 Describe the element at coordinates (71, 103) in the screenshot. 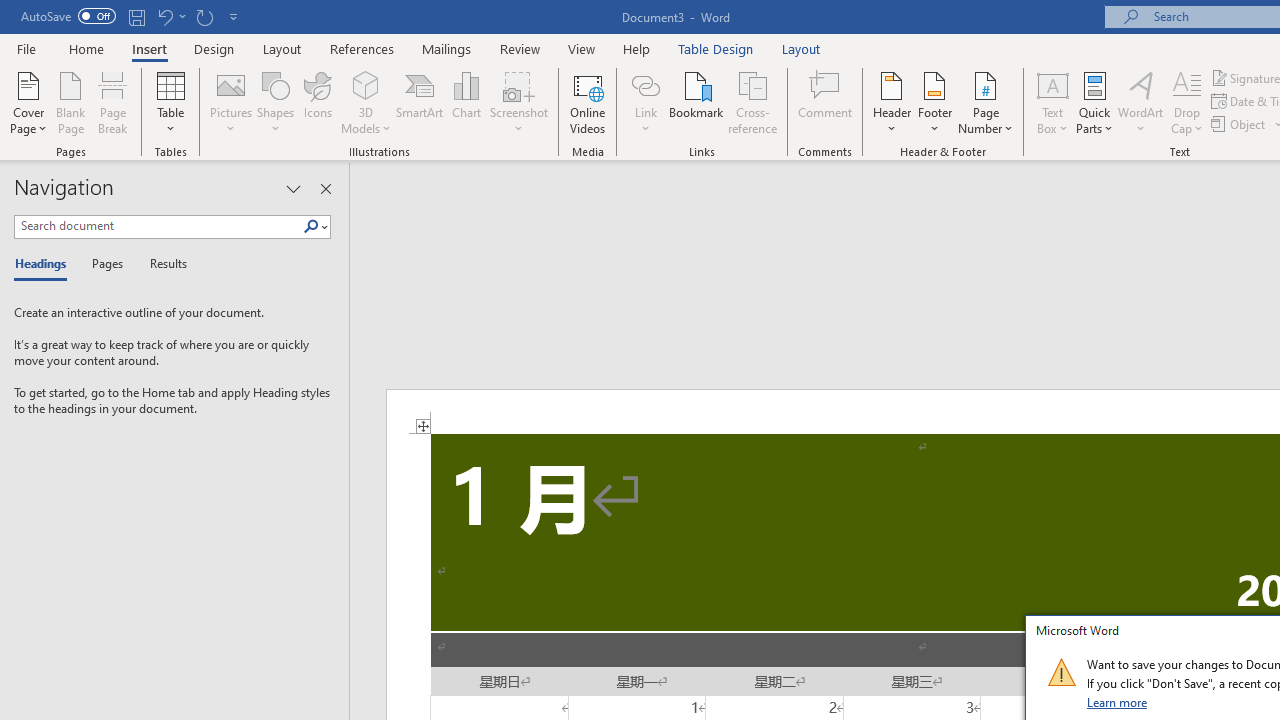

I see `'Blank Page'` at that location.